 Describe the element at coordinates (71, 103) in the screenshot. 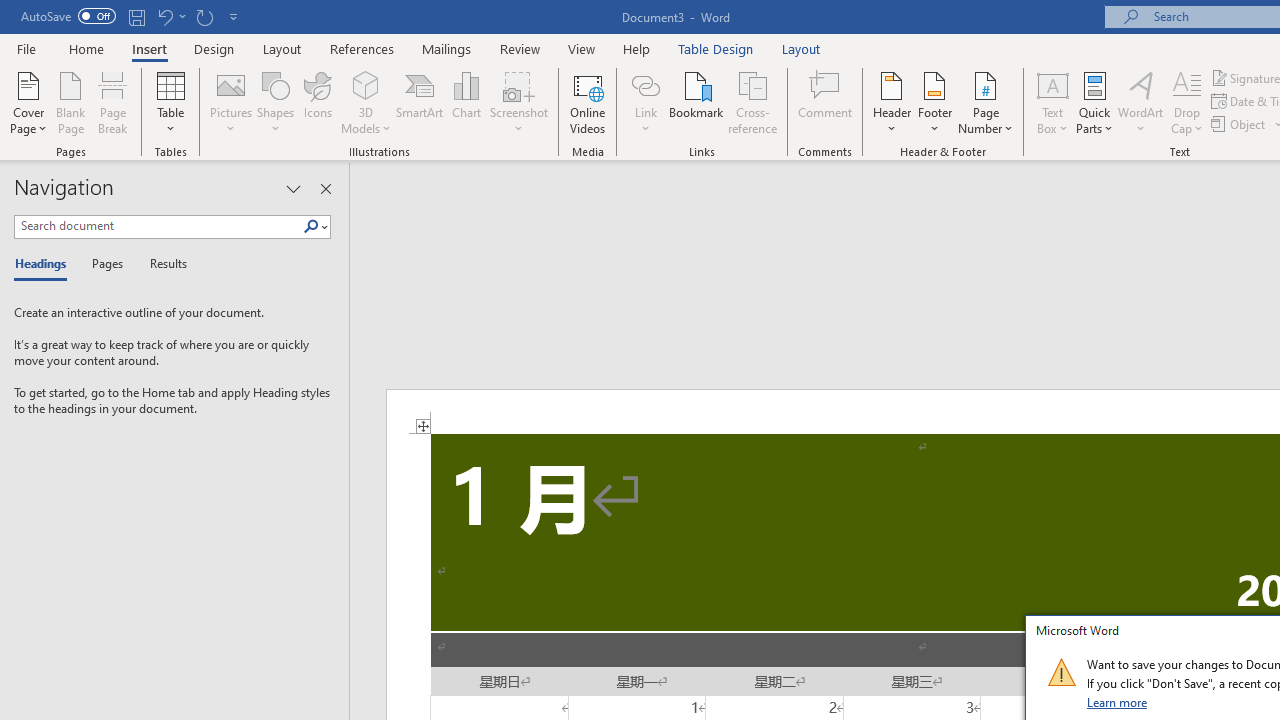

I see `'Blank Page'` at that location.